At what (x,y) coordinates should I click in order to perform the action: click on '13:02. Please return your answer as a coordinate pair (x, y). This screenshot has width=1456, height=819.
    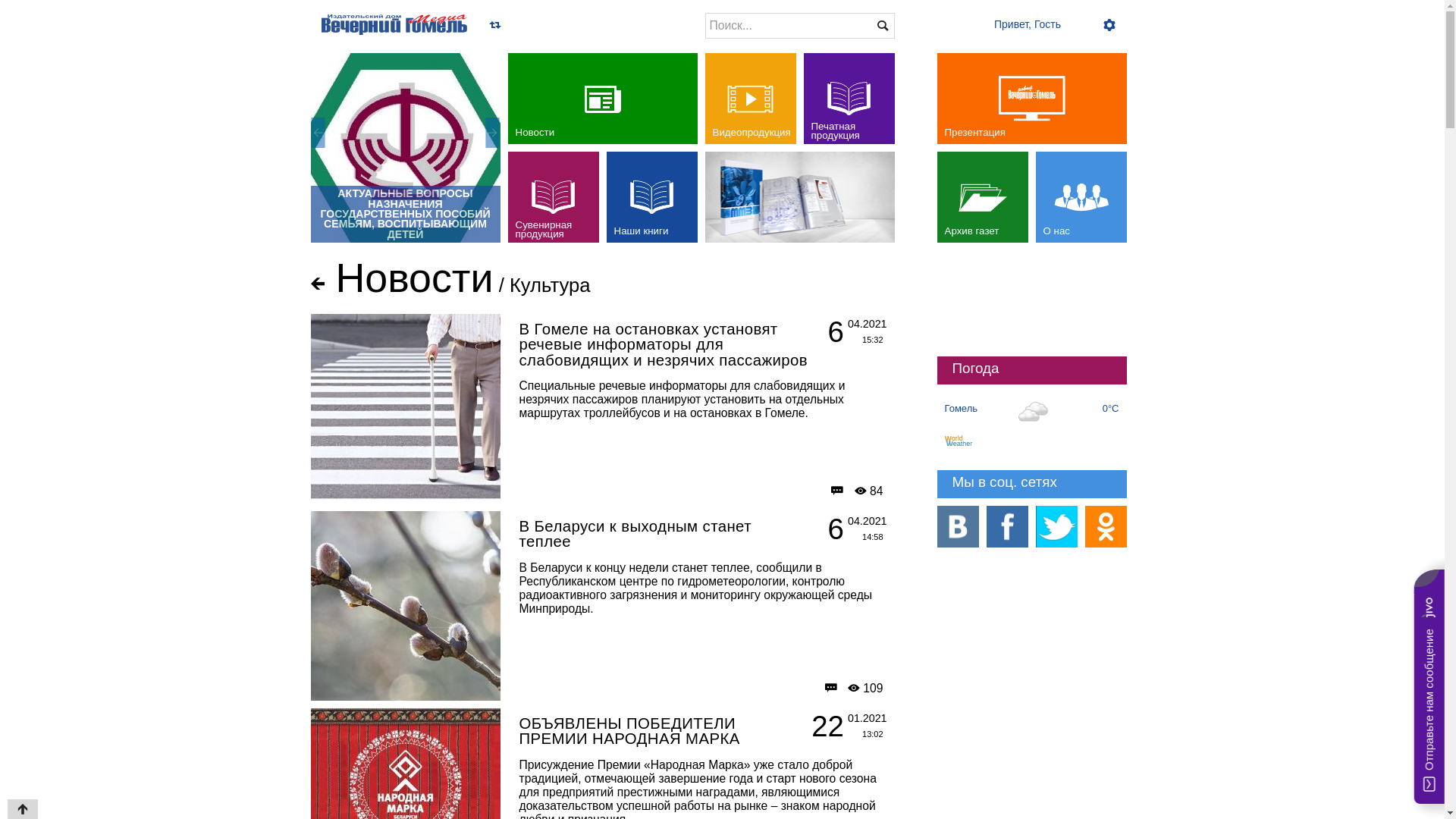
    Looking at the image, I should click on (840, 726).